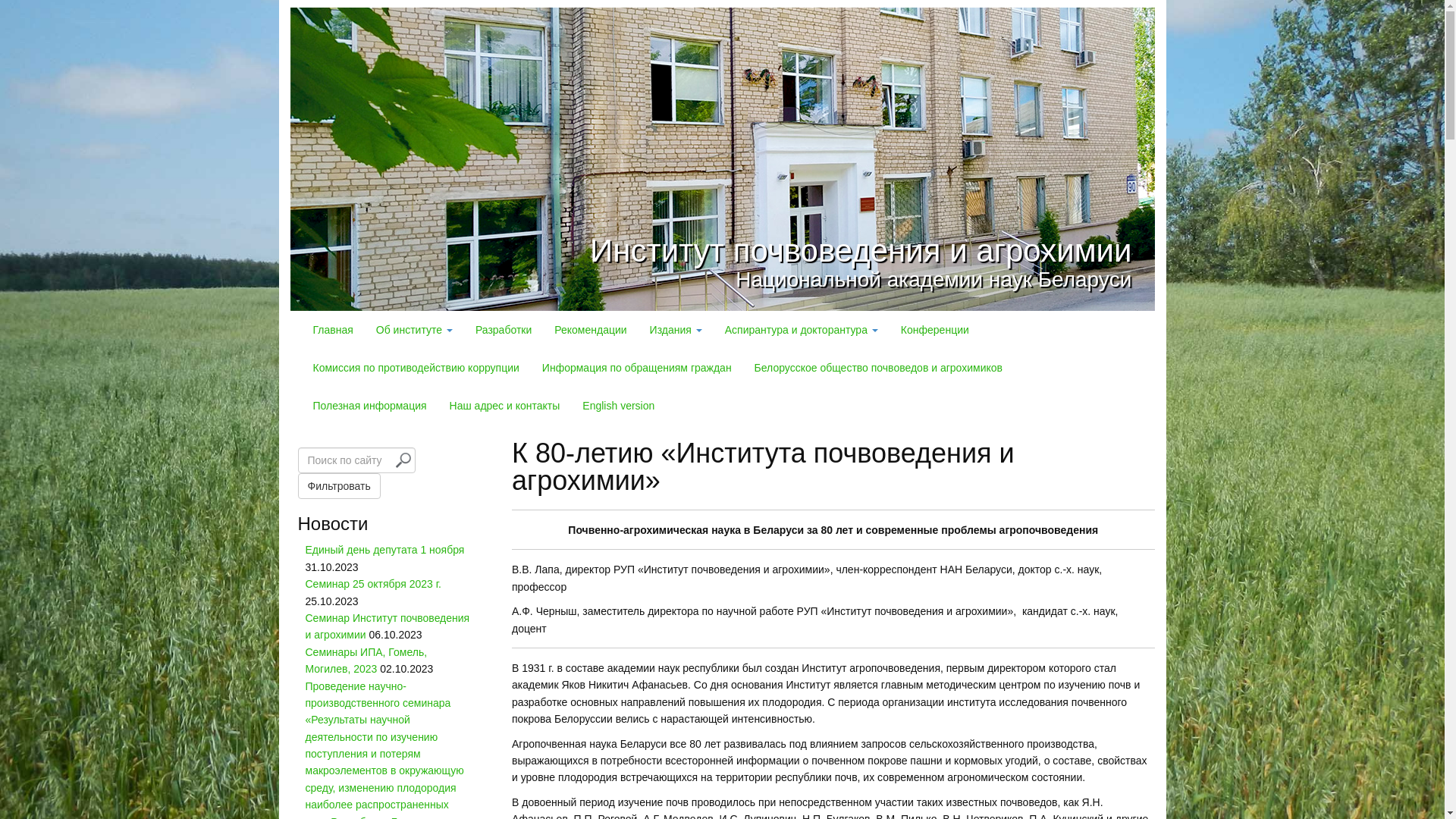  What do you see at coordinates (570, 405) in the screenshot?
I see `'English version'` at bounding box center [570, 405].